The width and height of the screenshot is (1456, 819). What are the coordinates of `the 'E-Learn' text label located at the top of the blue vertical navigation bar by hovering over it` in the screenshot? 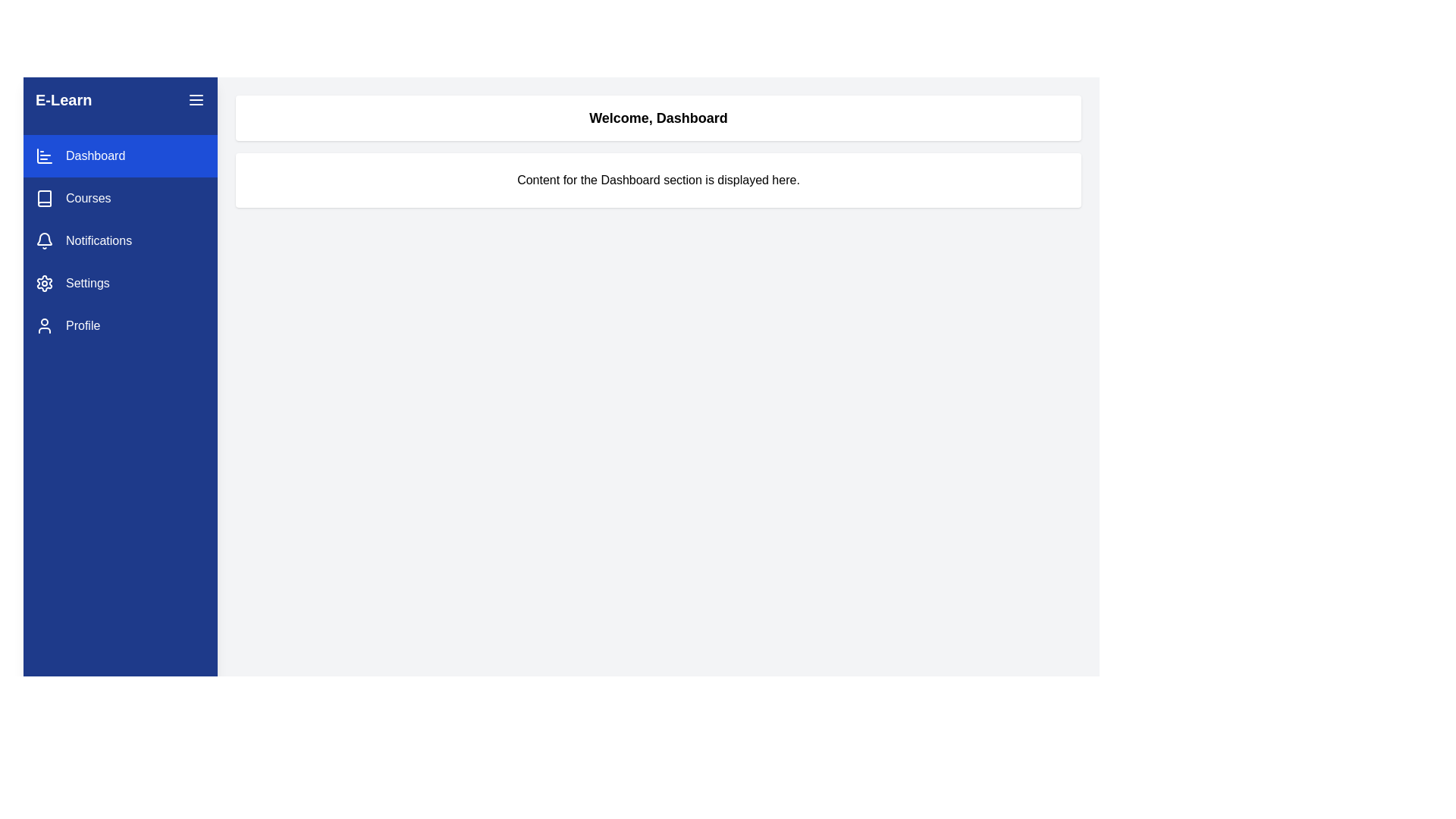 It's located at (119, 99).